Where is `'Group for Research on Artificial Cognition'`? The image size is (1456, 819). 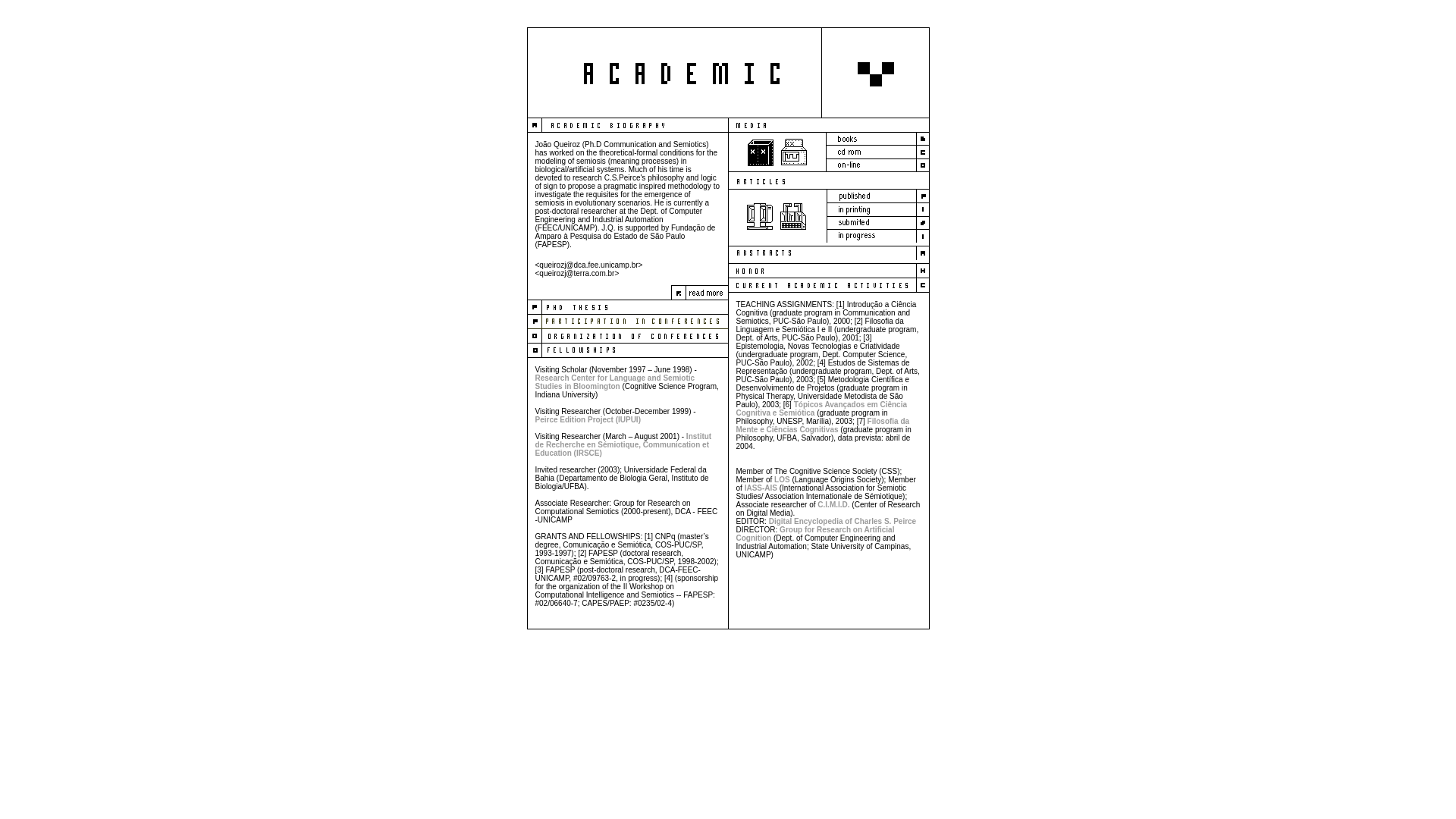
'Group for Research on Artificial Cognition' is located at coordinates (814, 533).